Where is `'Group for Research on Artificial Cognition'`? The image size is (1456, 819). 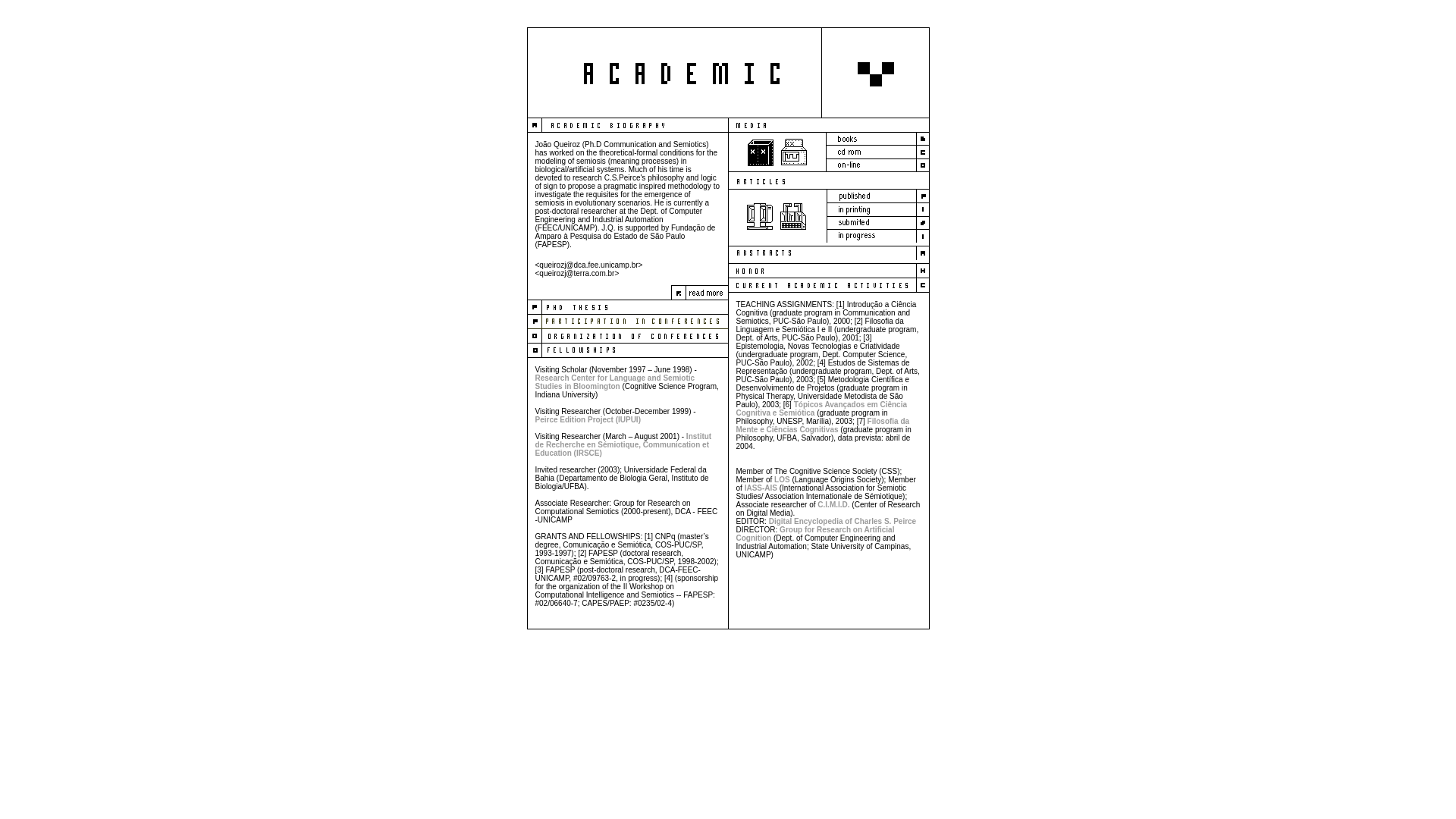
'Group for Research on Artificial Cognition' is located at coordinates (814, 533).